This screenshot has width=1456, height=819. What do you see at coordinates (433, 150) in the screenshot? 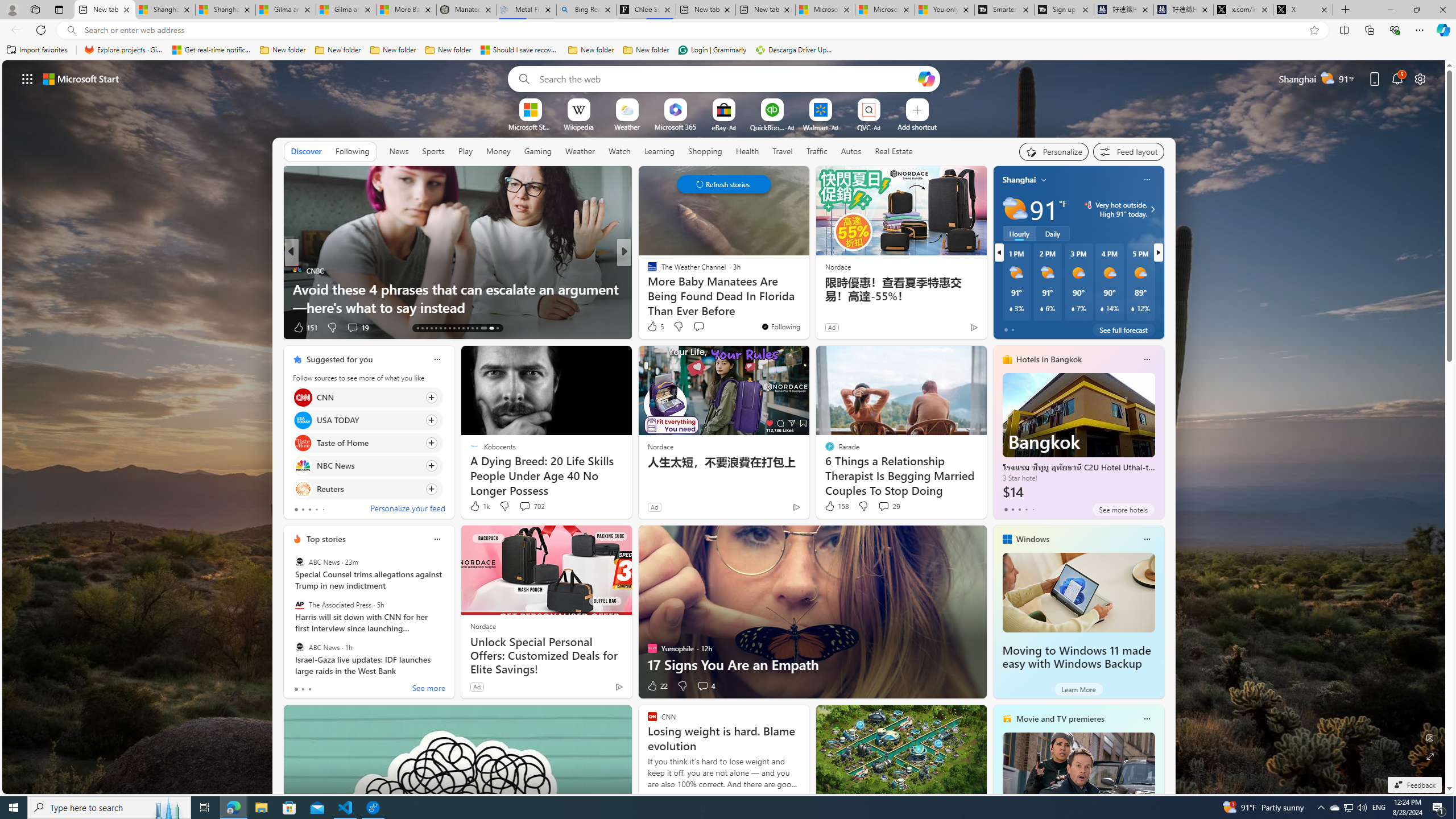
I see `'Sports'` at bounding box center [433, 150].